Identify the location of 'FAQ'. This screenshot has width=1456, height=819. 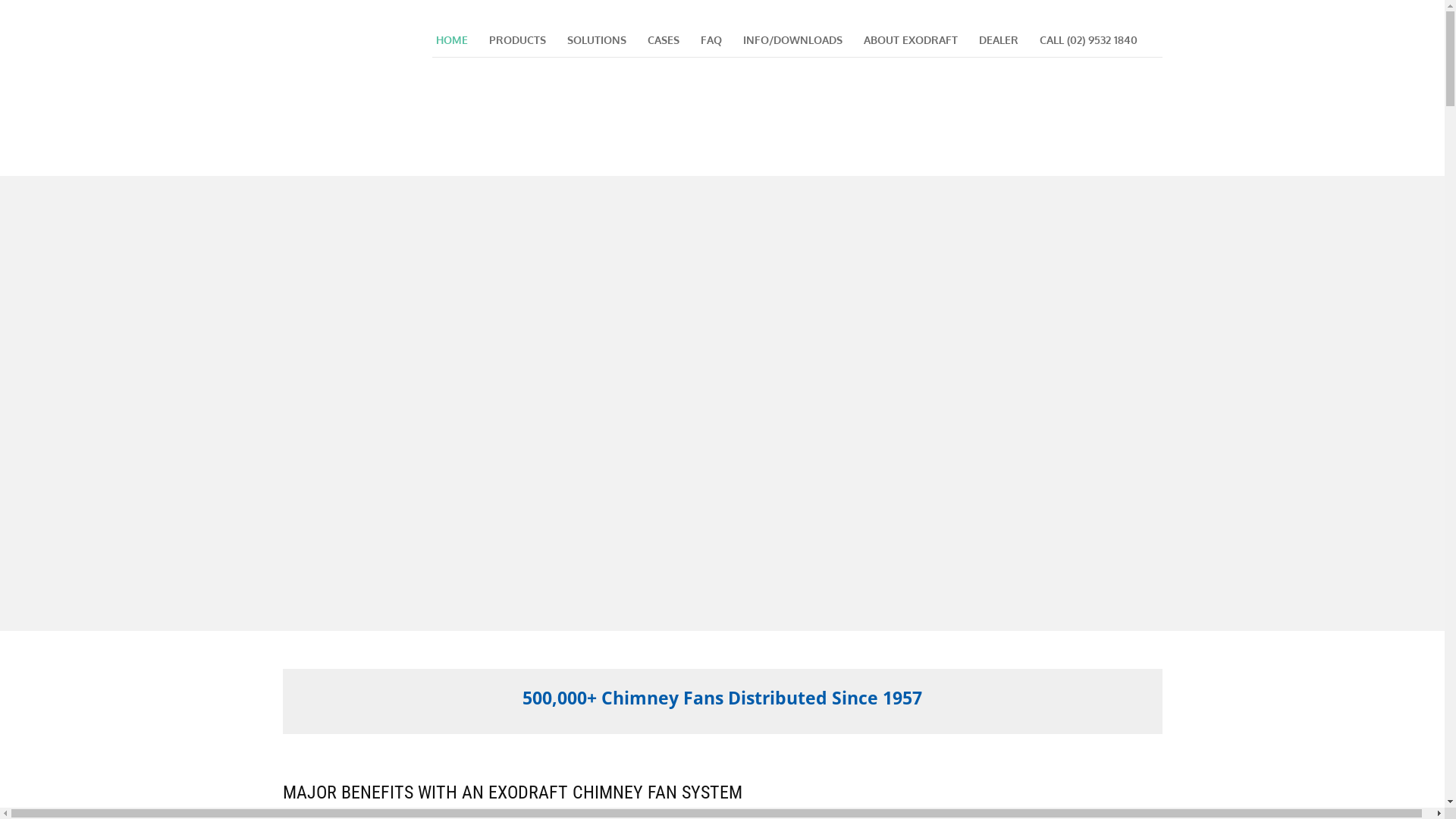
(709, 39).